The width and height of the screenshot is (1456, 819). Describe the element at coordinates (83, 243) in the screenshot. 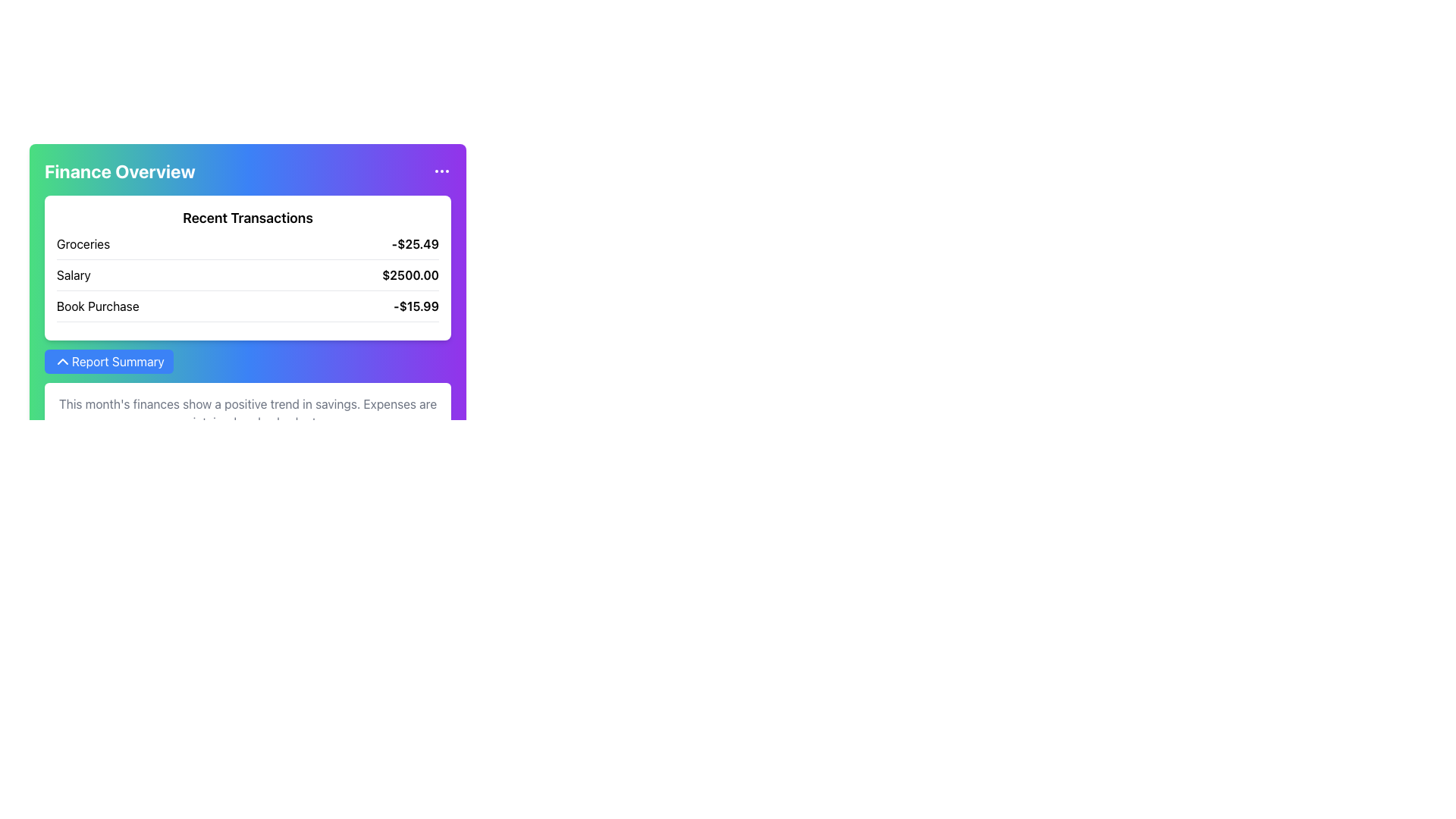

I see `the 'Groceries' text label, which is the first item in the Recent Transactions section and is aligned to the left in its row` at that location.